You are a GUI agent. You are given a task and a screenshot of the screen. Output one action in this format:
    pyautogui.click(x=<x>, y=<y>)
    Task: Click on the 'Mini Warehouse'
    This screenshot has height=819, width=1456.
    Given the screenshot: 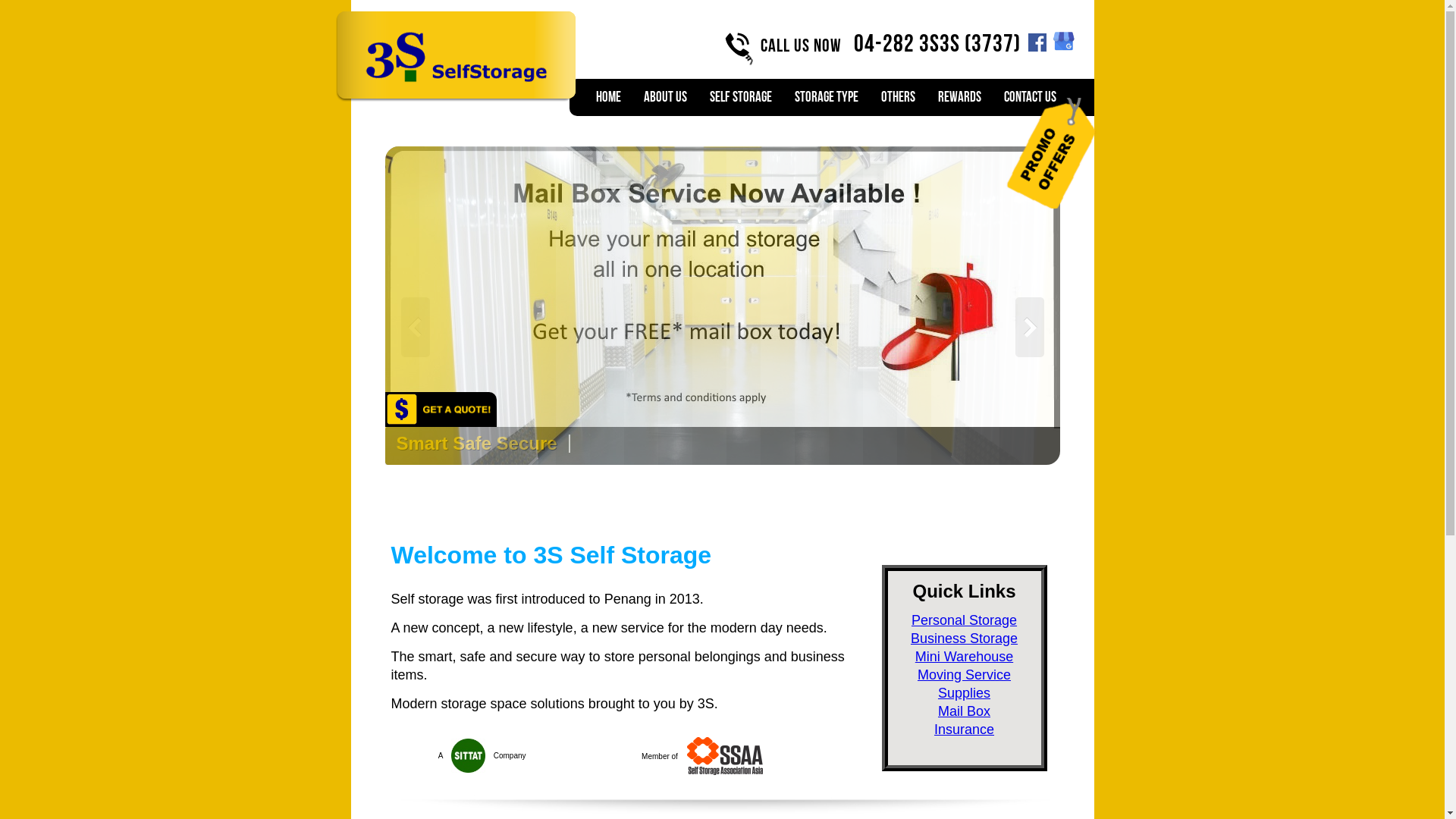 What is the action you would take?
    pyautogui.click(x=963, y=656)
    